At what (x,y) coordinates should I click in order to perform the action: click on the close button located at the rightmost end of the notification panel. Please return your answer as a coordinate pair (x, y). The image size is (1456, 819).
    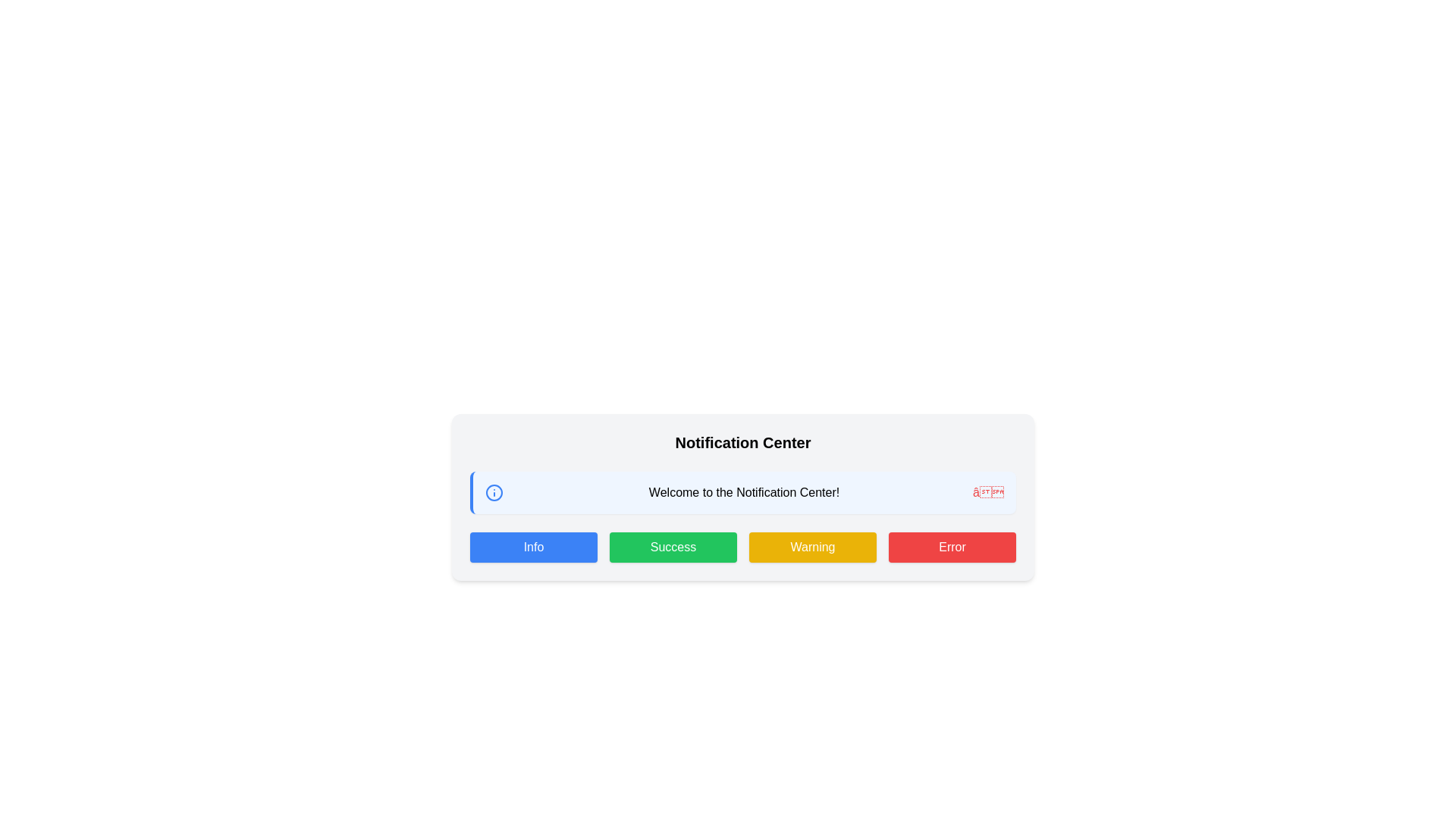
    Looking at the image, I should click on (988, 493).